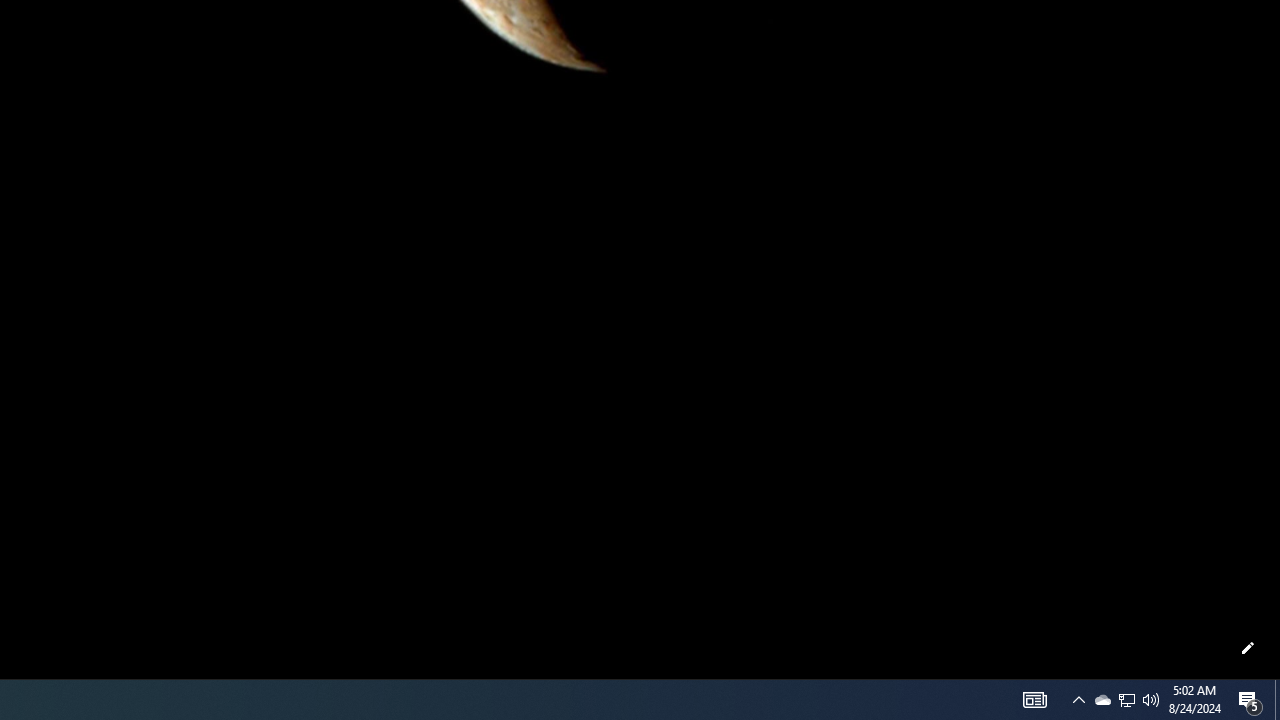 Image resolution: width=1280 pixels, height=720 pixels. What do you see at coordinates (1247, 648) in the screenshot?
I see `'Customize this page'` at bounding box center [1247, 648].